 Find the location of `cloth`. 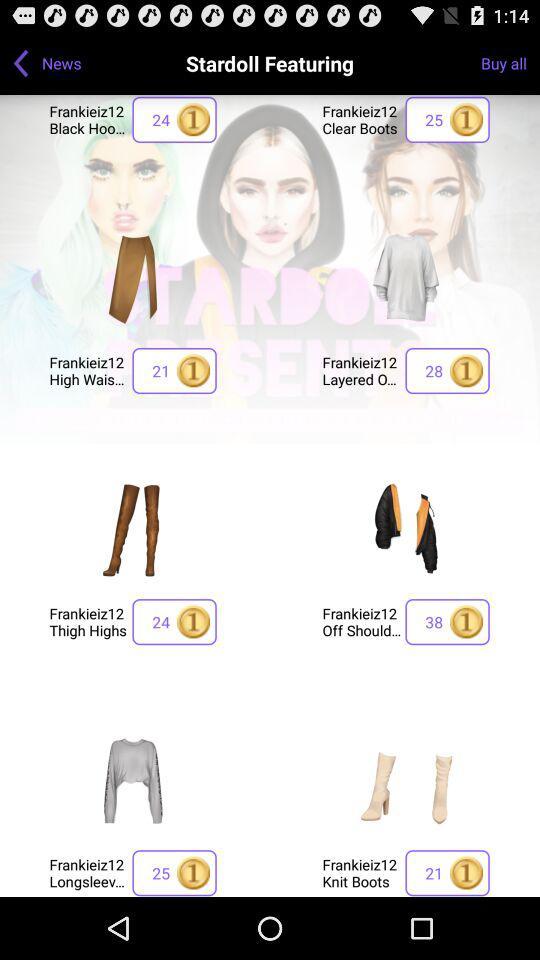

cloth is located at coordinates (405, 528).